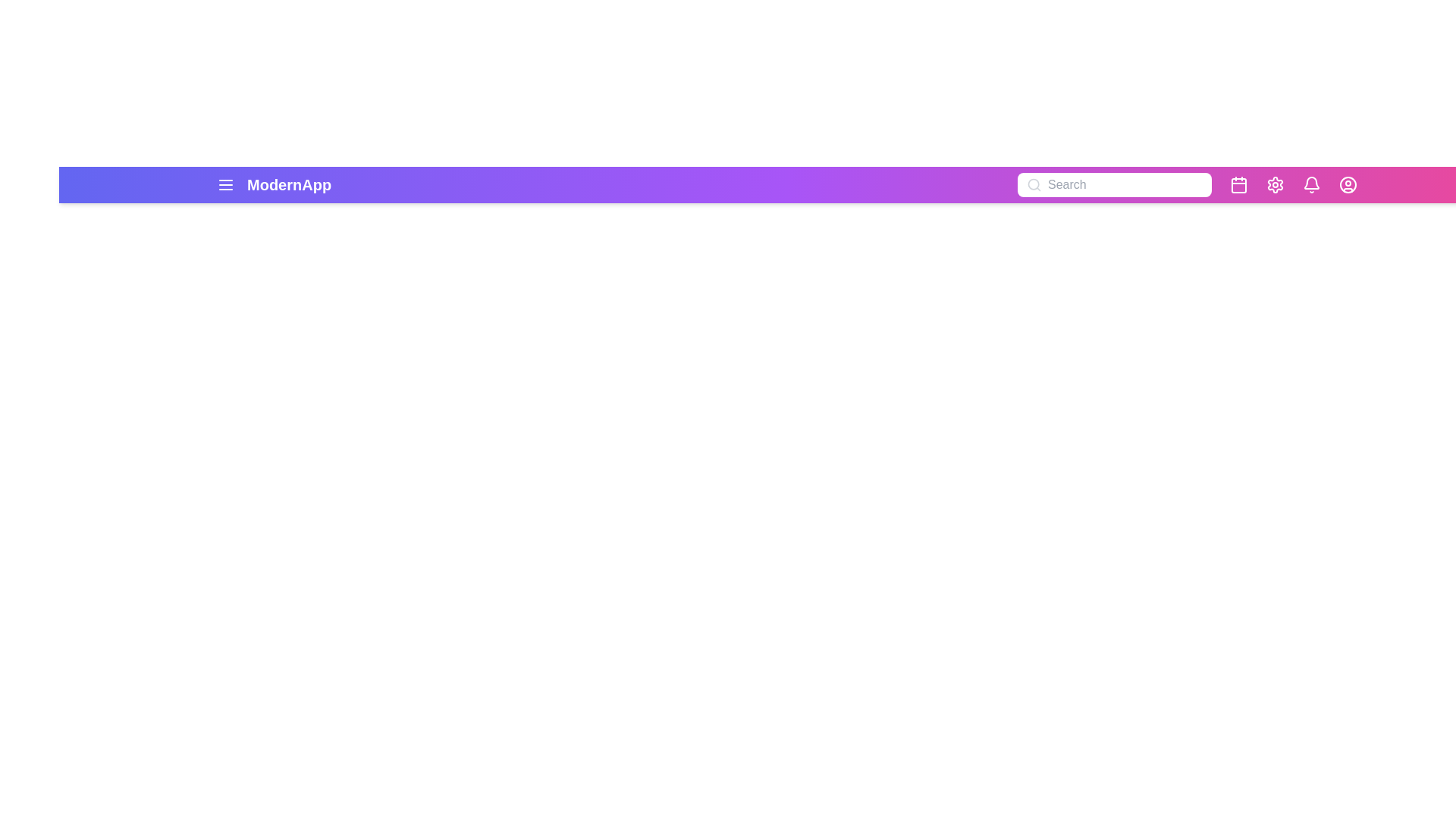 The height and width of the screenshot is (819, 1456). What do you see at coordinates (1274, 184) in the screenshot?
I see `the cogwheel icon located near the top right of the navigation bar` at bounding box center [1274, 184].